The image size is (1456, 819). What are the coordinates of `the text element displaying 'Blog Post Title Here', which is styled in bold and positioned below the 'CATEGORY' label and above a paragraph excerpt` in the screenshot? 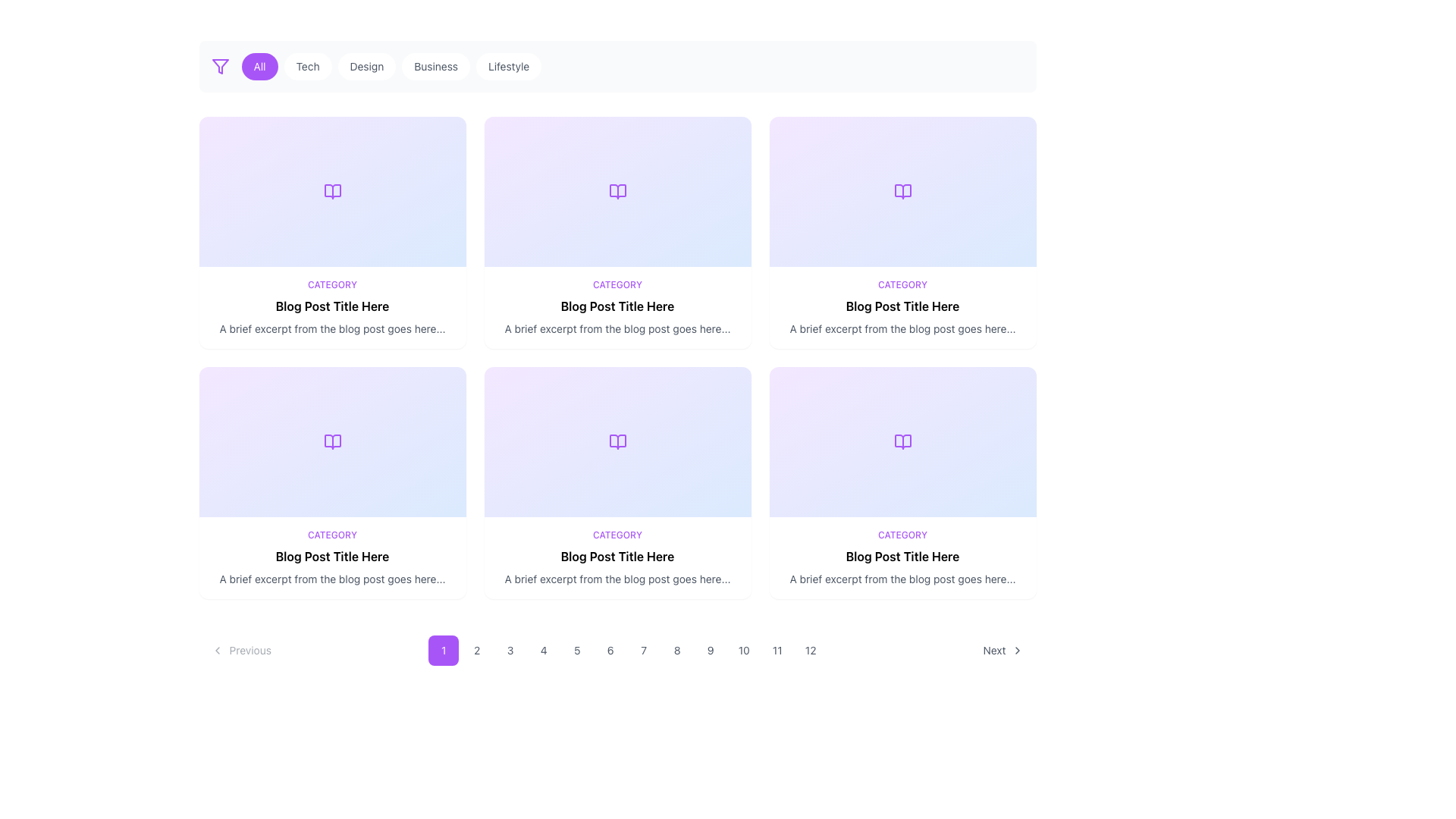 It's located at (331, 556).